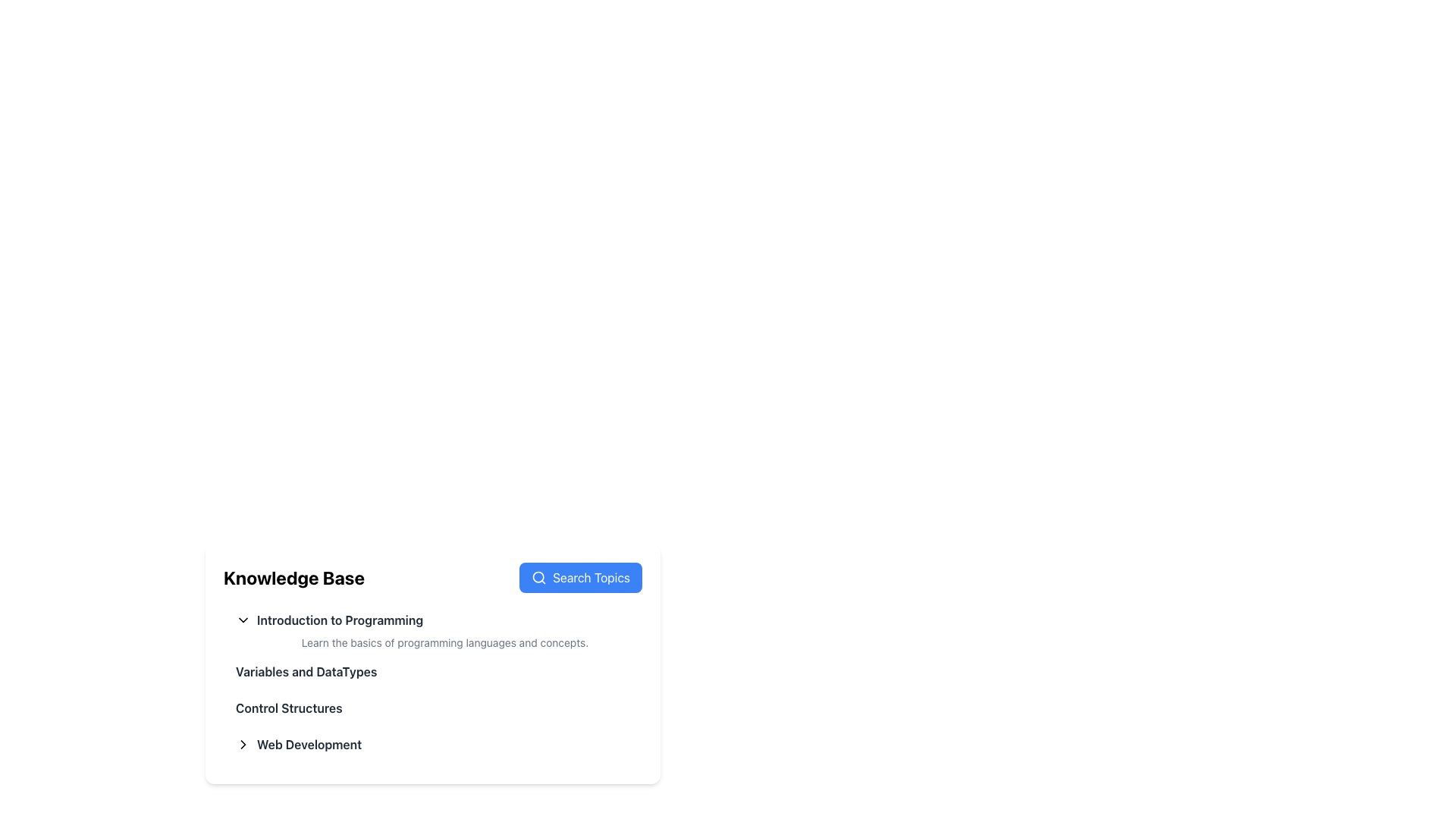  Describe the element at coordinates (432, 643) in the screenshot. I see `the static text label reading 'Learn the basics of programming languages and concepts.' located below the main title 'Introduction to Programming.'` at that location.